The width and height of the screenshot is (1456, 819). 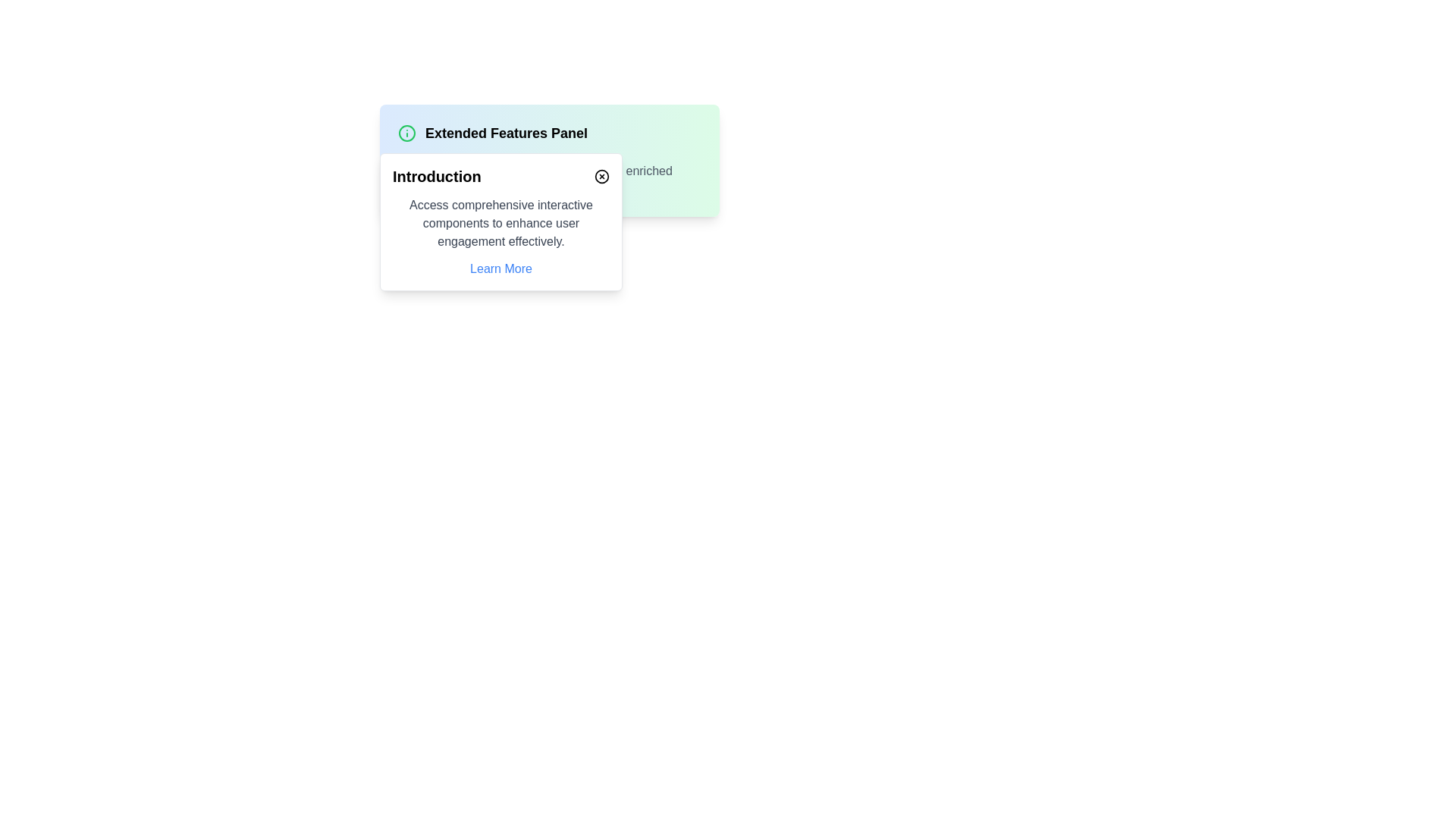 I want to click on the Static Text Block displaying the sentence 'Access comprehensive interactive components to enhance user engagement effectively.' which is located below the heading 'Introduction' in the pop-up card layout, so click(x=501, y=223).